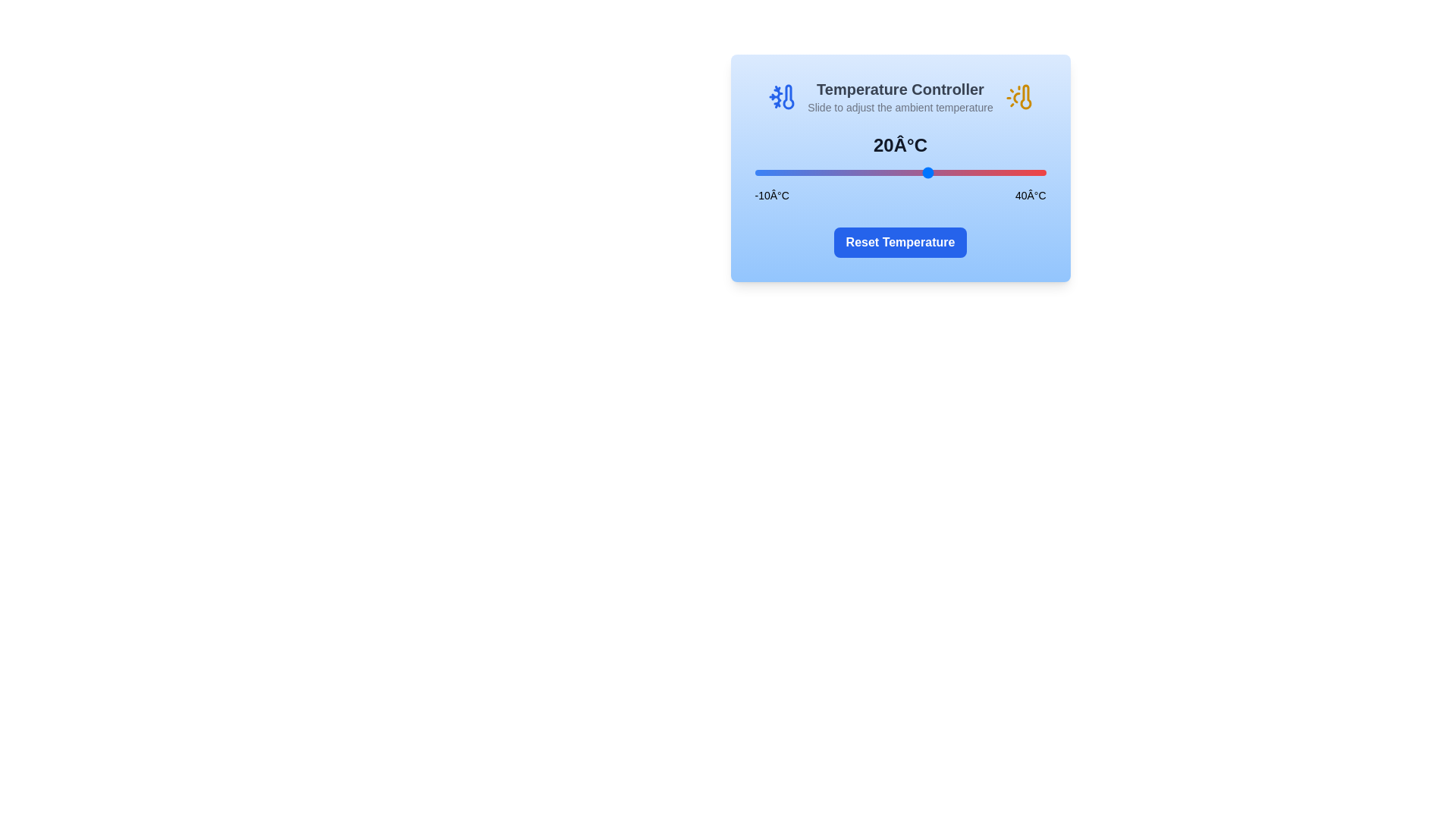 The height and width of the screenshot is (819, 1456). What do you see at coordinates (782, 96) in the screenshot?
I see `the blue-colored thermometer icon with a snowflake design, located to the left of the 'Temperature Controller' heading` at bounding box center [782, 96].